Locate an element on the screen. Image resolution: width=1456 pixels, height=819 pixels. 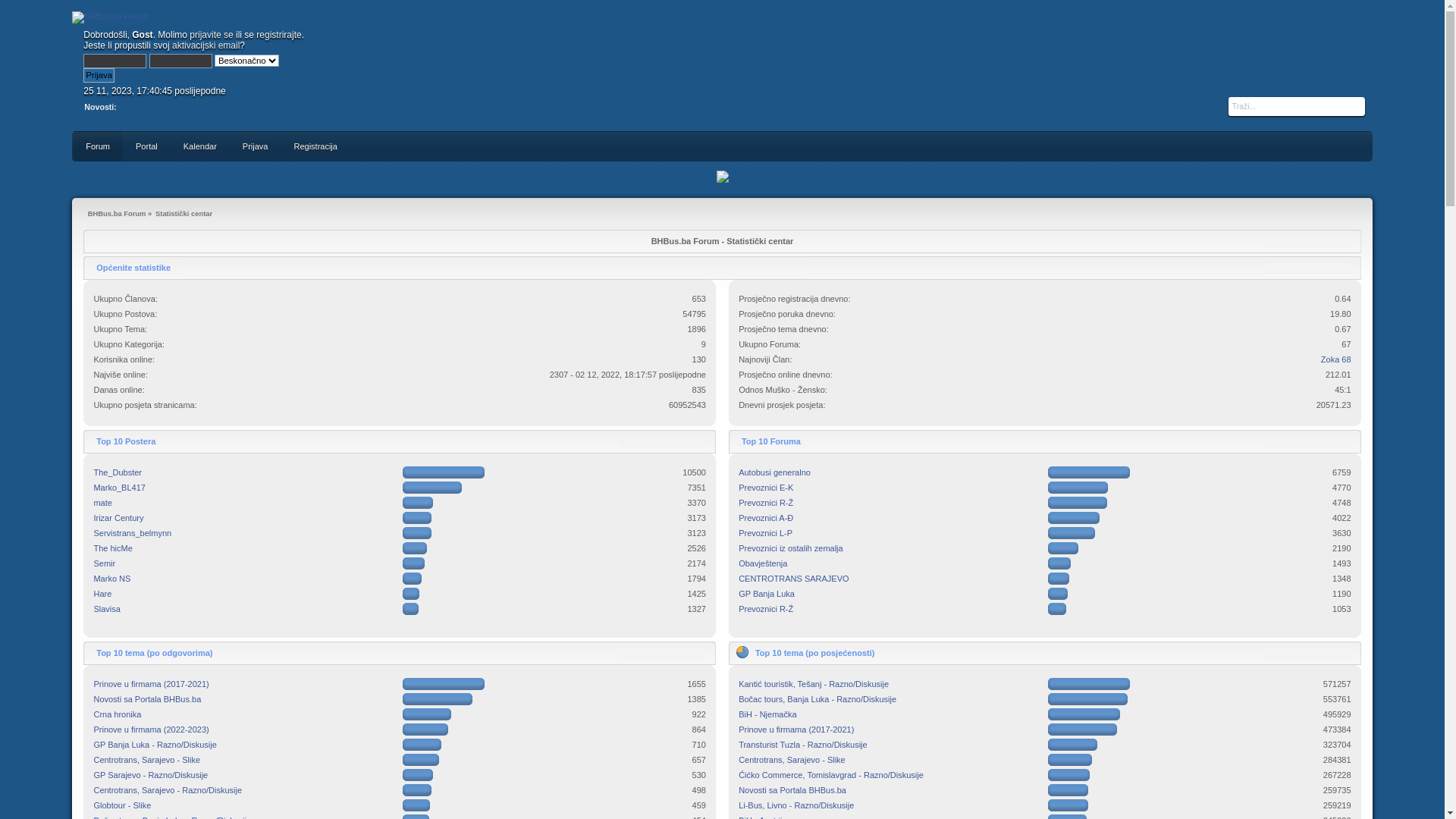
'Forum' is located at coordinates (72, 146).